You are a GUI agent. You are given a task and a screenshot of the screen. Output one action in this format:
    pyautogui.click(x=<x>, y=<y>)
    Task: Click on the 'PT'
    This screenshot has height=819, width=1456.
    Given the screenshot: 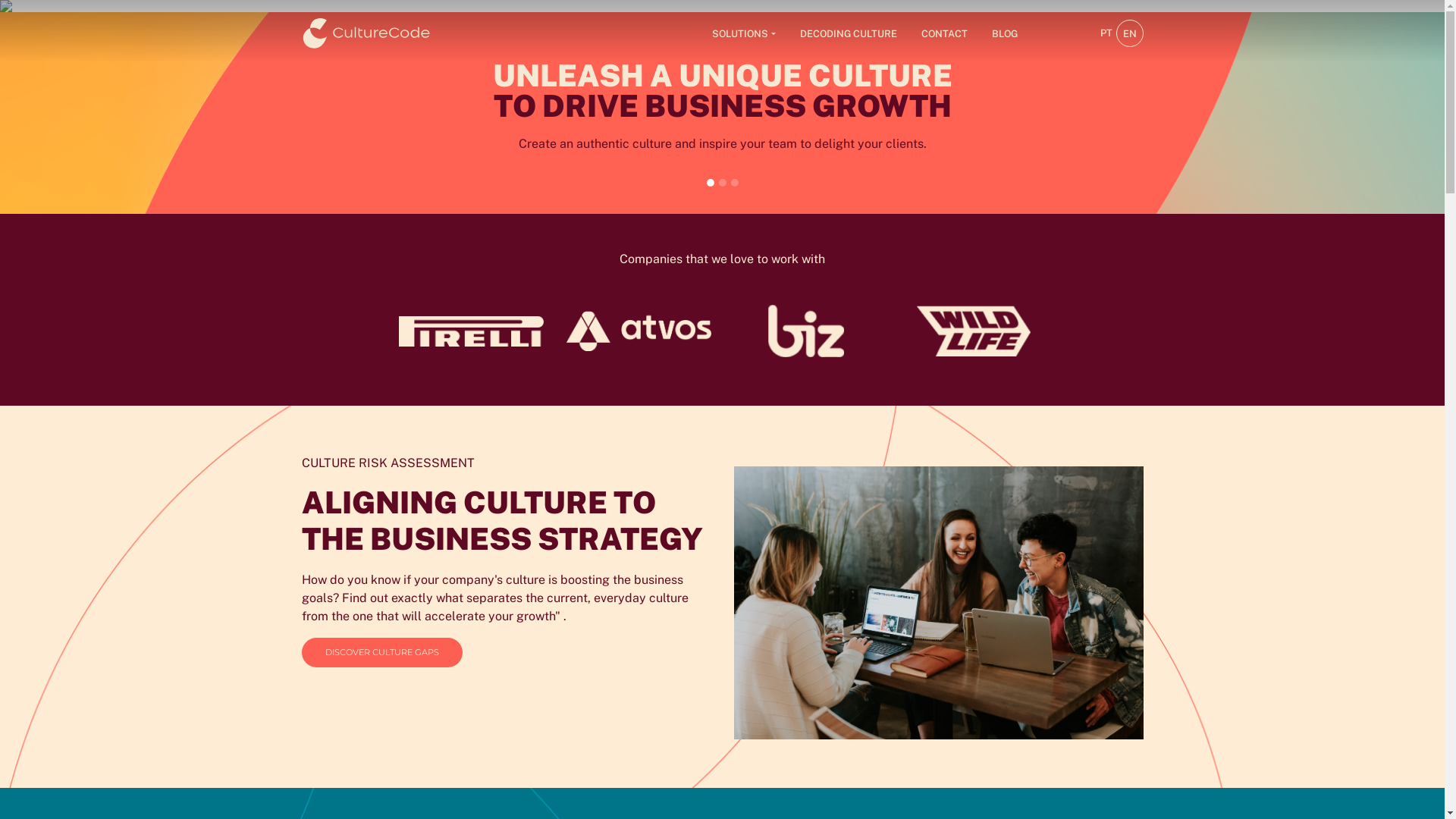 What is the action you would take?
    pyautogui.click(x=1099, y=33)
    